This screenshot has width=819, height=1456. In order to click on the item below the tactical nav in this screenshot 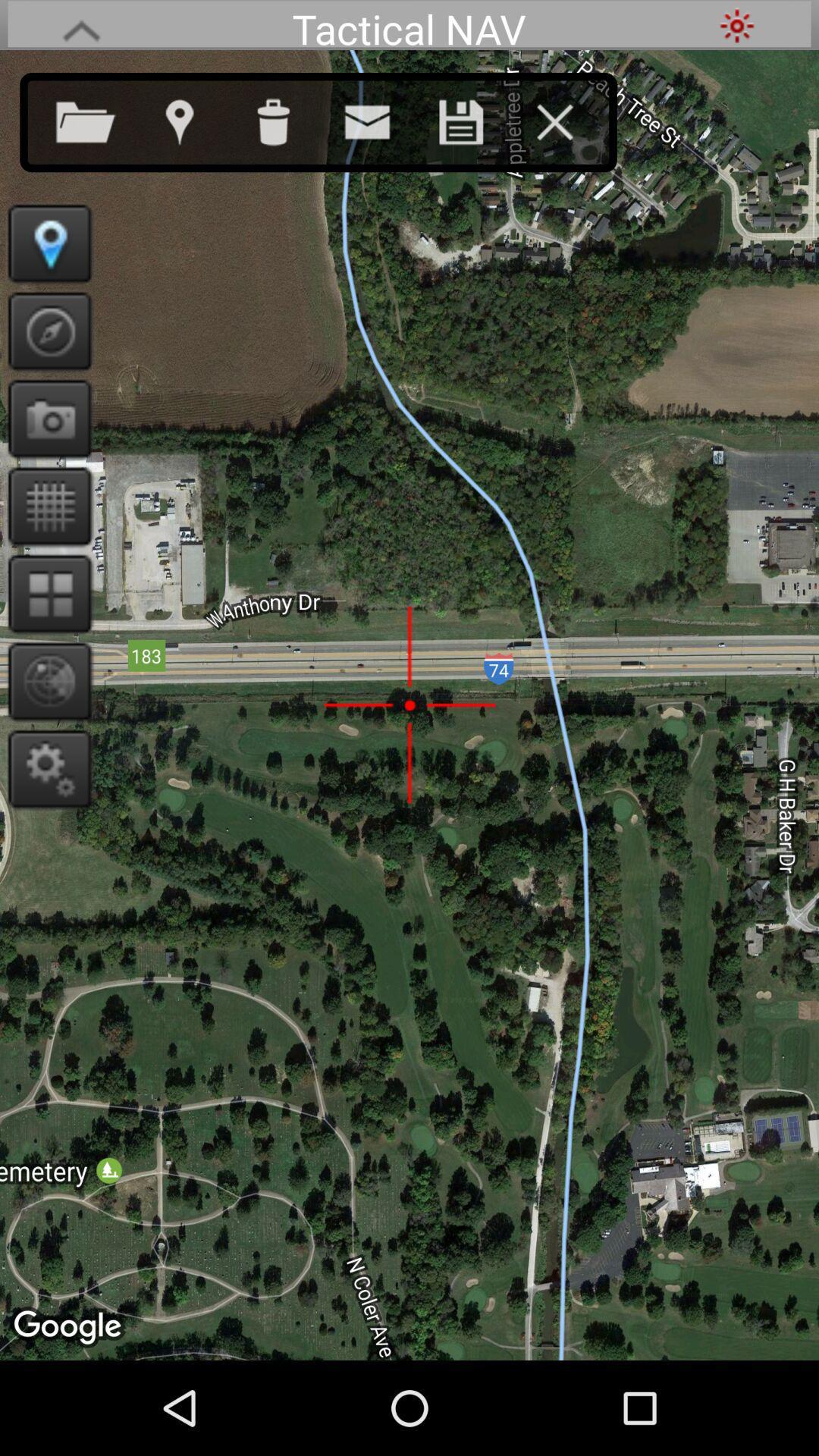, I will do `click(381, 118)`.